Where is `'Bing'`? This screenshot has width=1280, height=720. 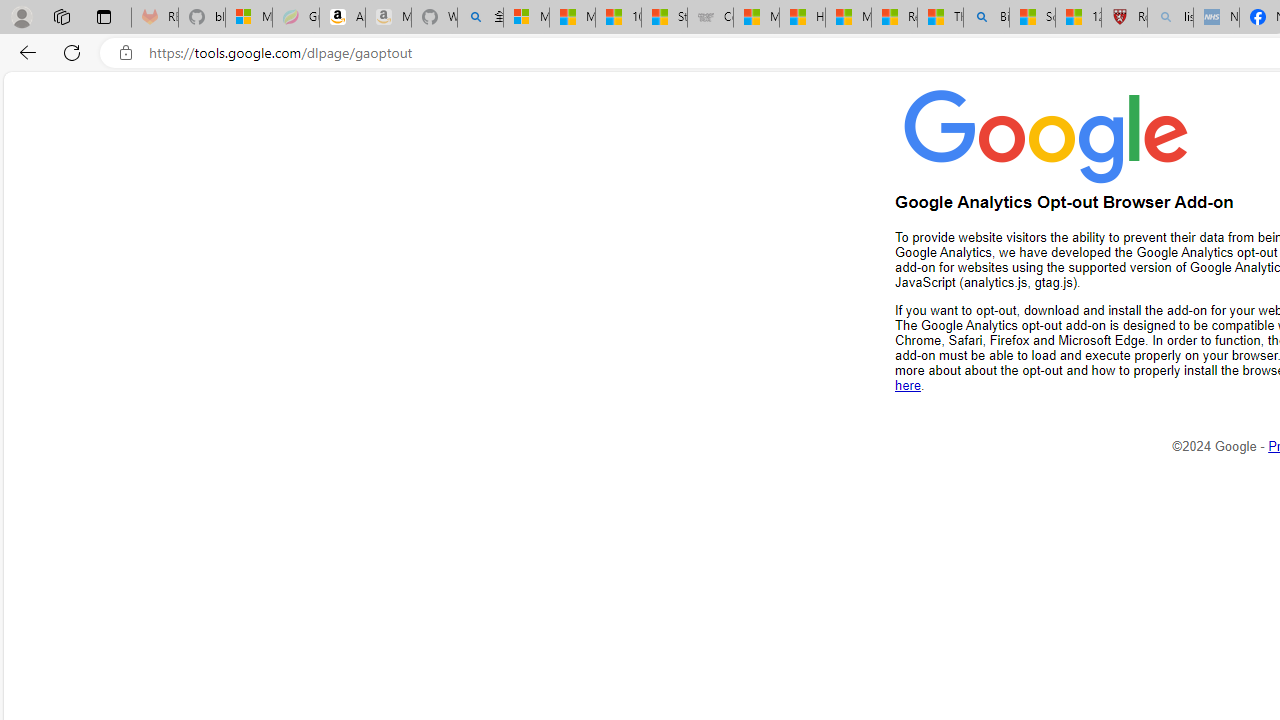
'Bing' is located at coordinates (986, 17).